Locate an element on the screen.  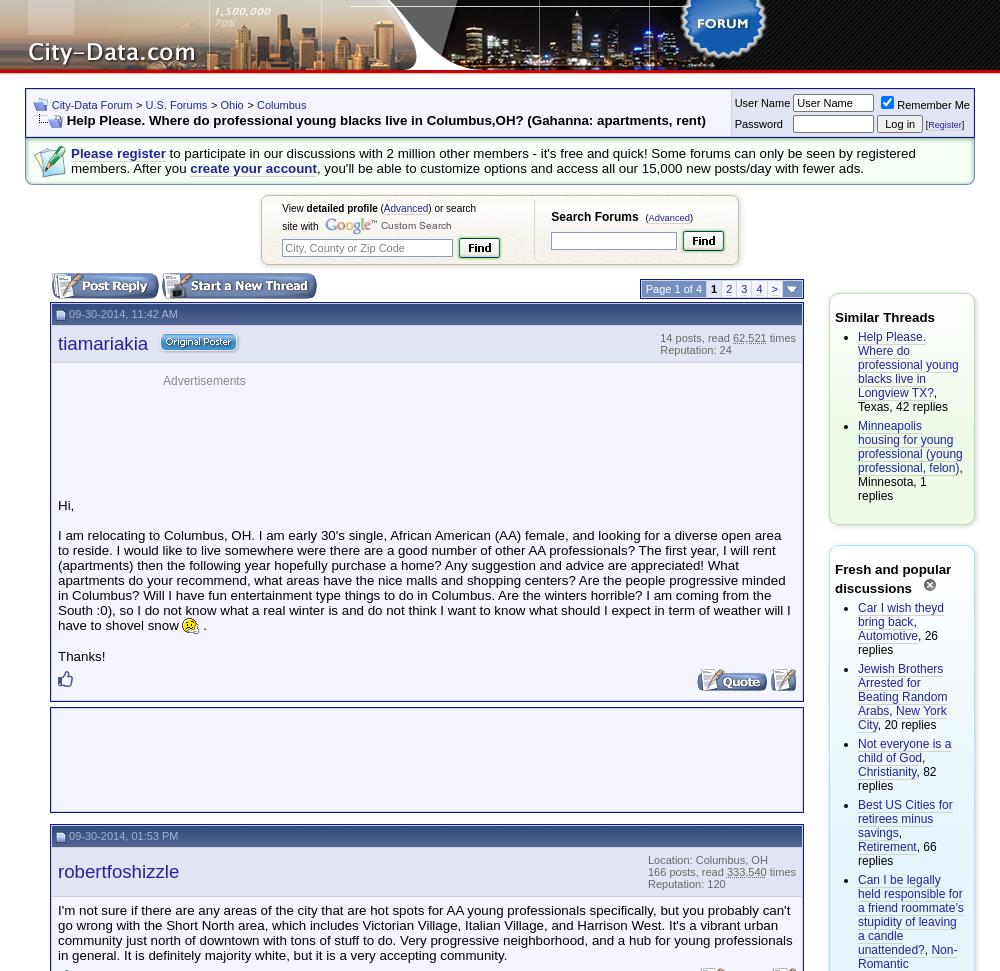
'Search Forums' is located at coordinates (593, 217).